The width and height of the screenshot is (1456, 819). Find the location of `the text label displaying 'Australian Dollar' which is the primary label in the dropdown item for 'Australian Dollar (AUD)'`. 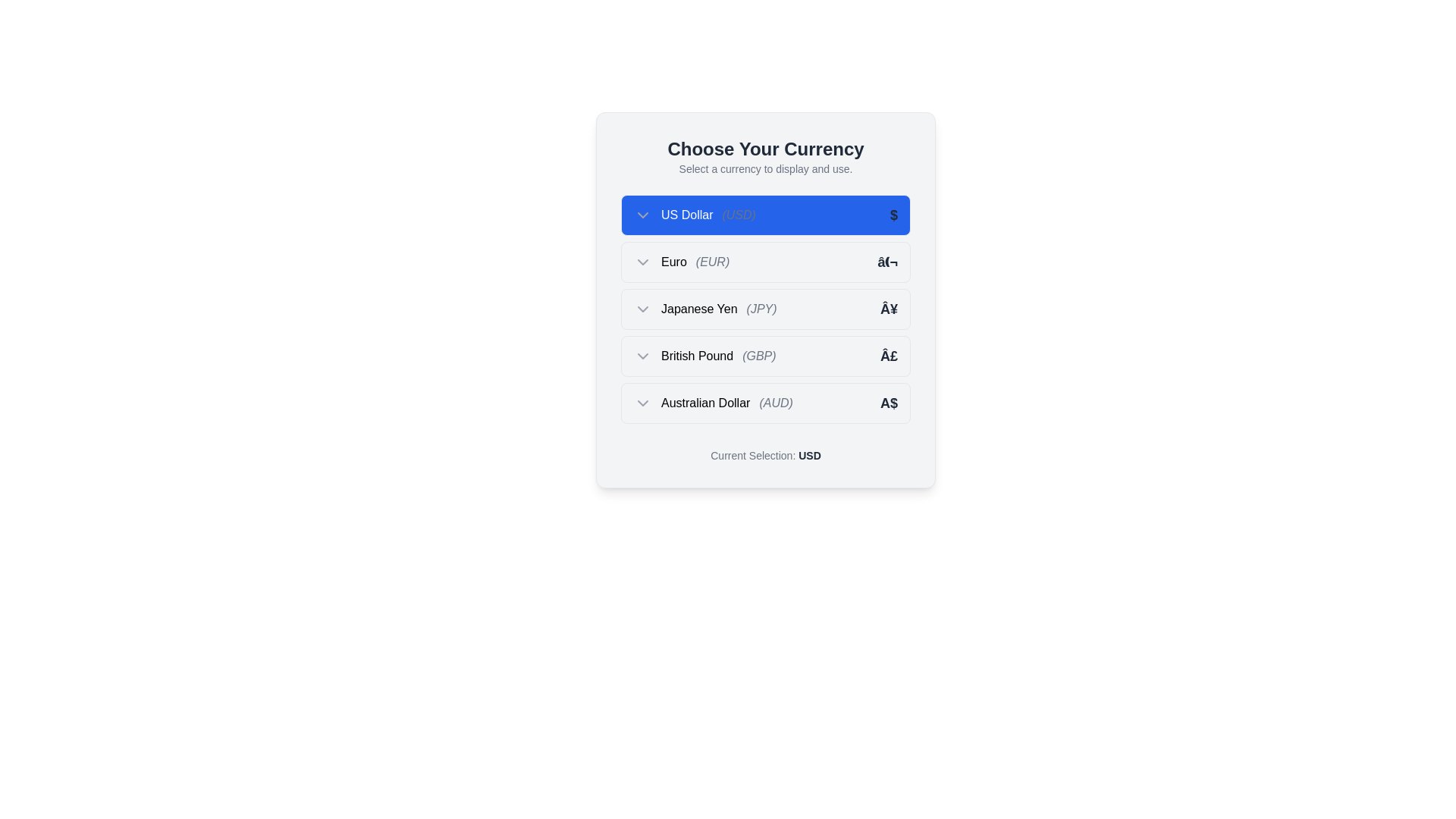

the text label displaying 'Australian Dollar' which is the primary label in the dropdown item for 'Australian Dollar (AUD)' is located at coordinates (704, 403).